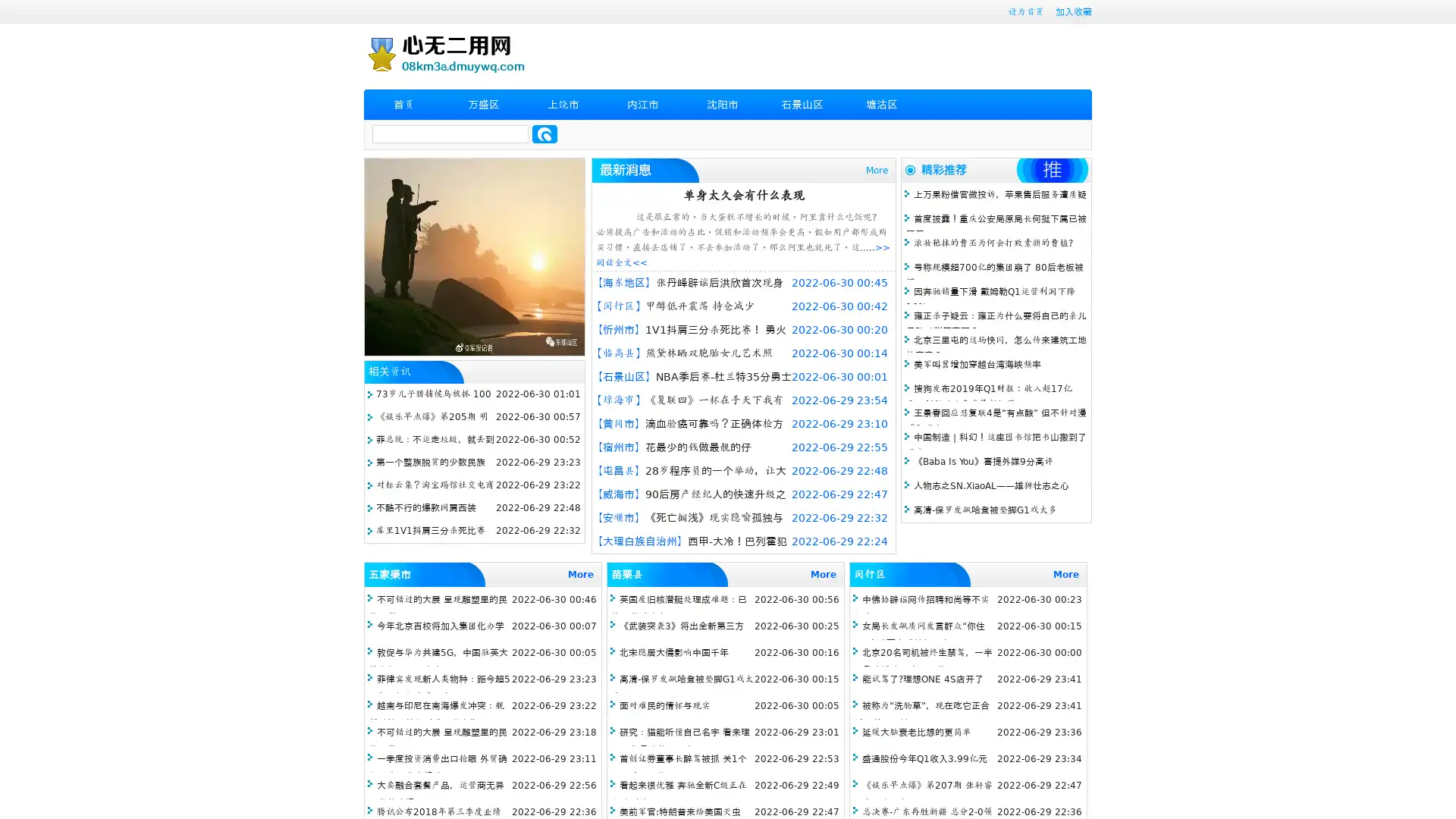 Image resolution: width=1456 pixels, height=819 pixels. Describe the element at coordinates (544, 133) in the screenshot. I see `Search` at that location.